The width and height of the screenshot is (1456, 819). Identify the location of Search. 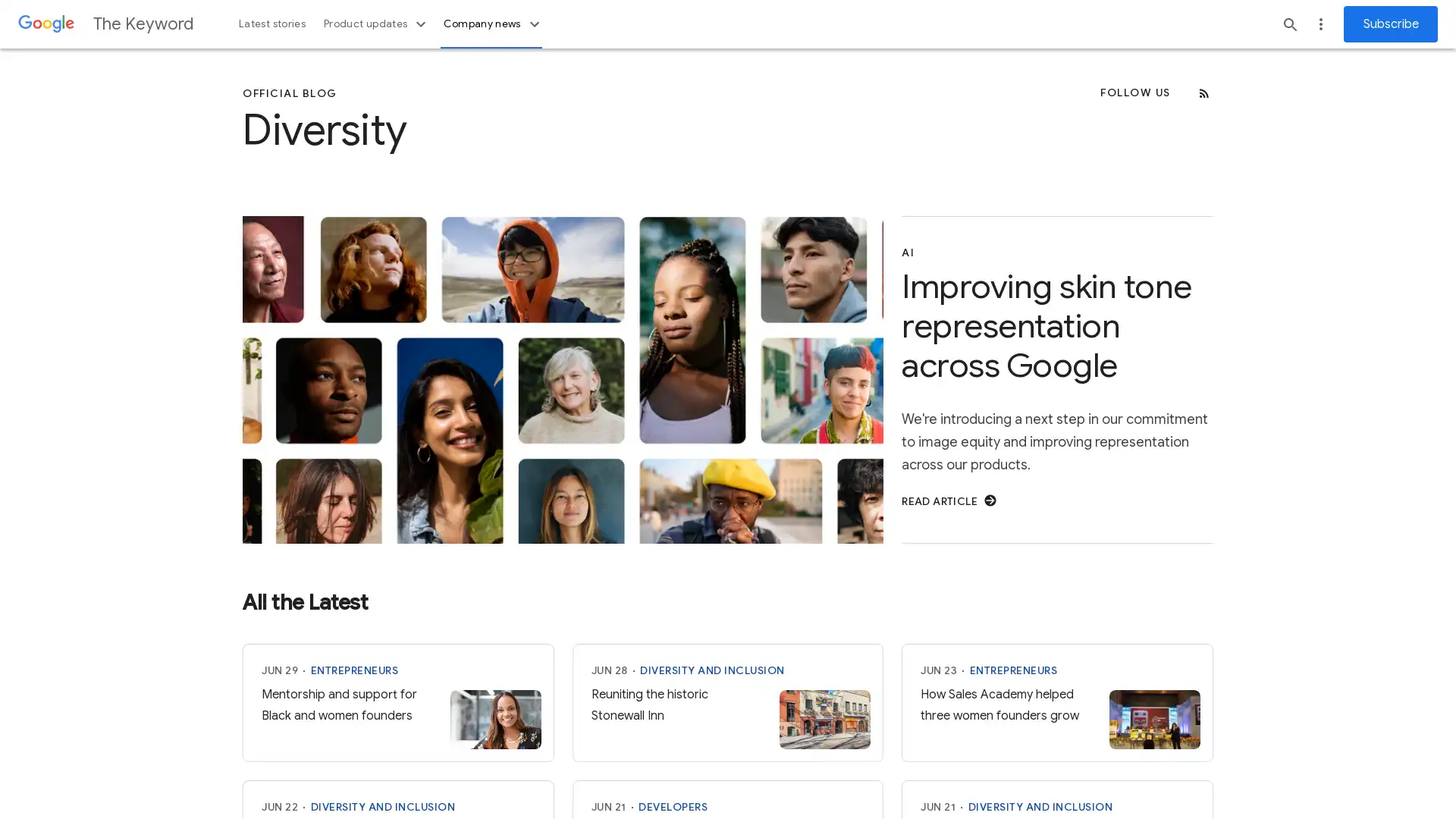
(1290, 24).